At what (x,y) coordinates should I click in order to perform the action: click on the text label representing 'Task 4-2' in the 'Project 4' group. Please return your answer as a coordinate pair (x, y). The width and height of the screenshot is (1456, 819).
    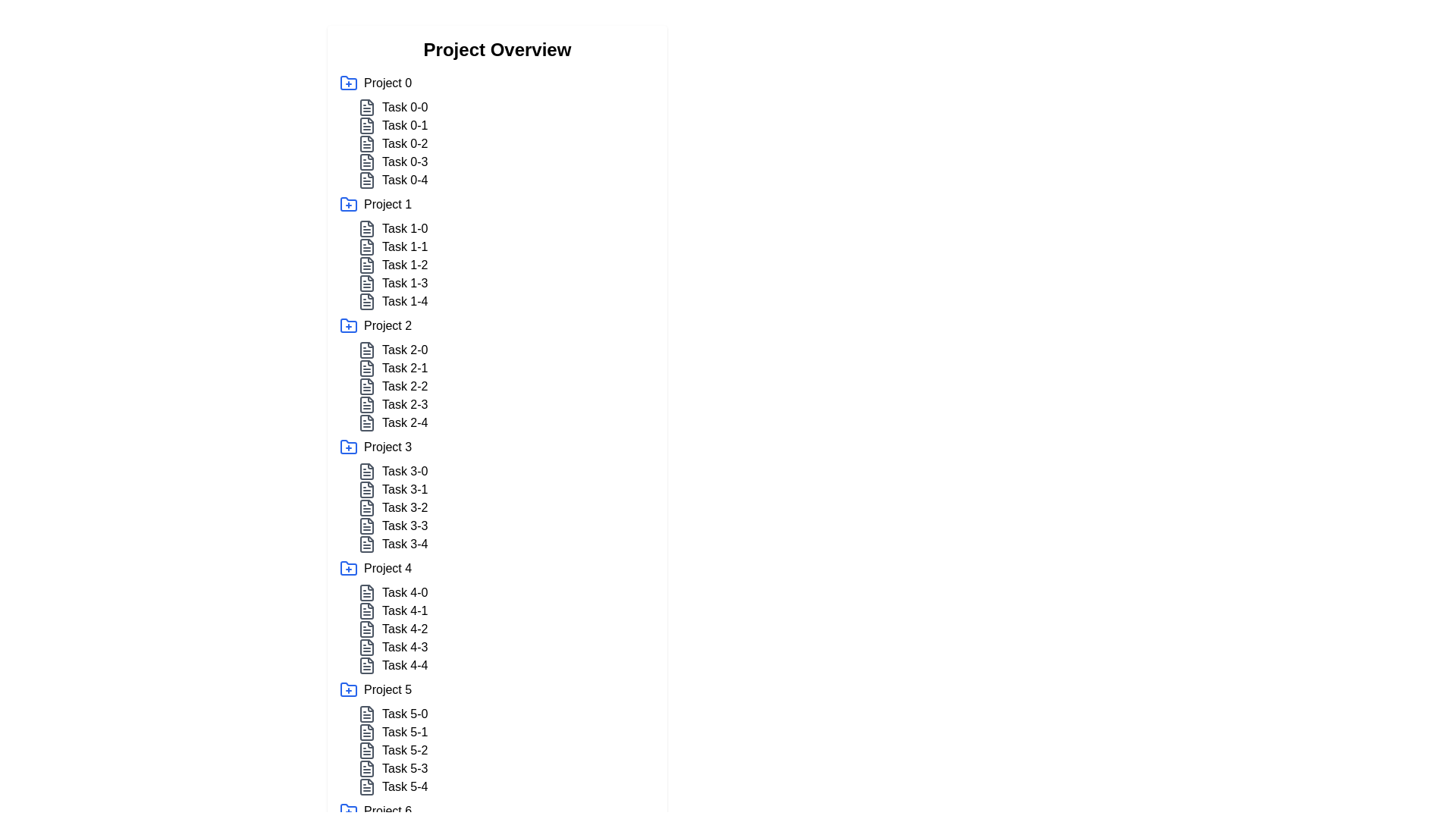
    Looking at the image, I should click on (405, 629).